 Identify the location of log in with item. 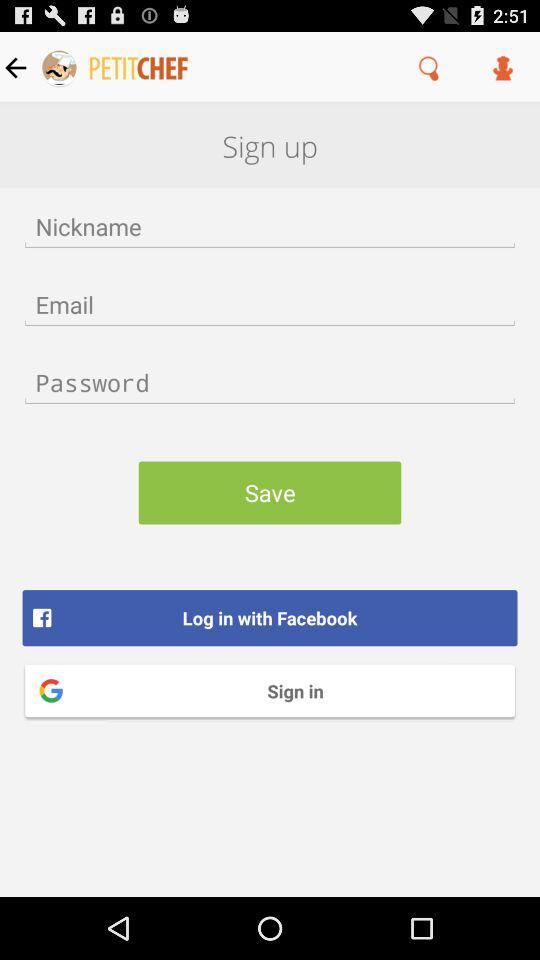
(270, 617).